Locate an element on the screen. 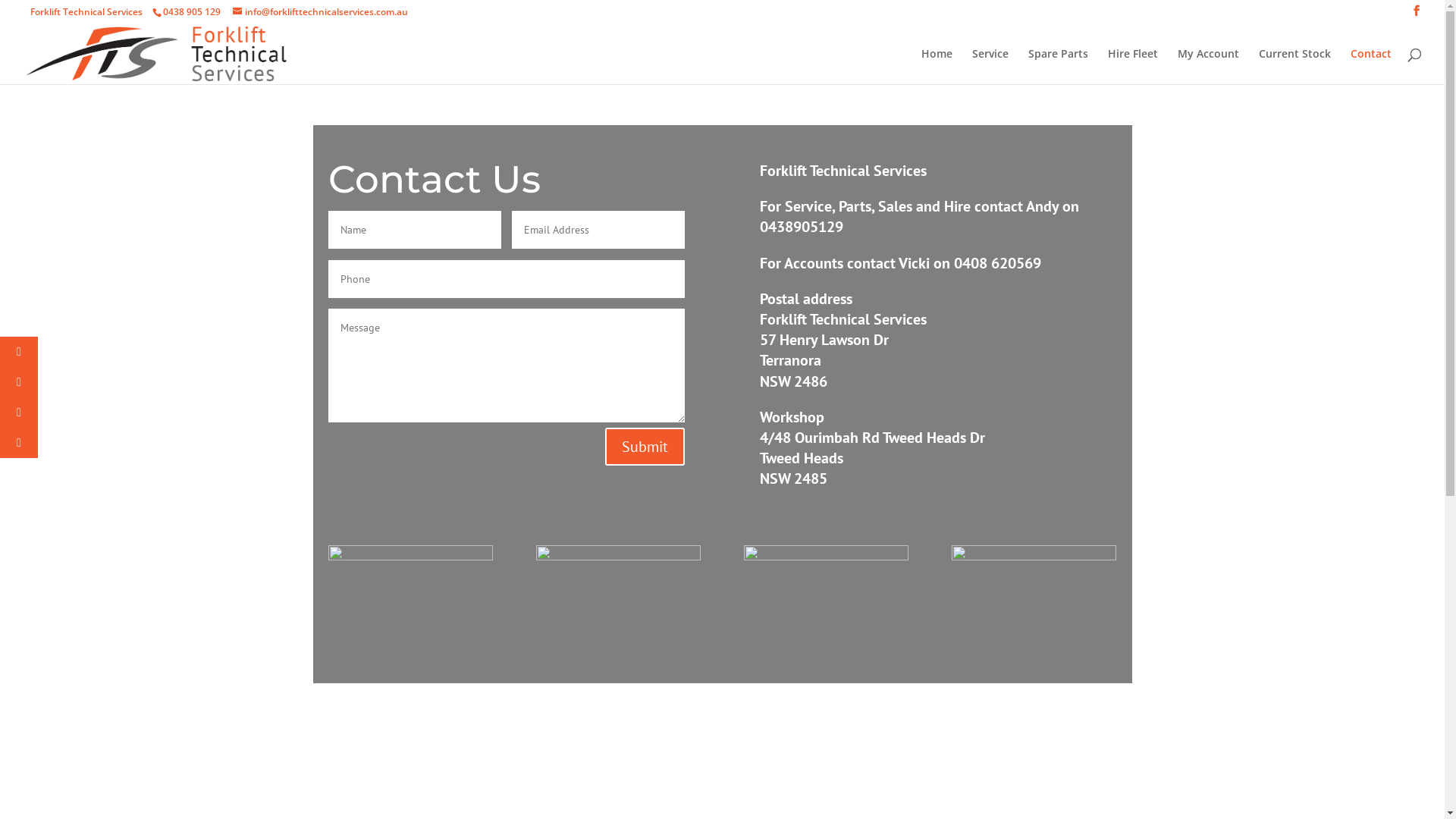 The image size is (1456, 819). 'Image-2 (2)' is located at coordinates (1033, 555).